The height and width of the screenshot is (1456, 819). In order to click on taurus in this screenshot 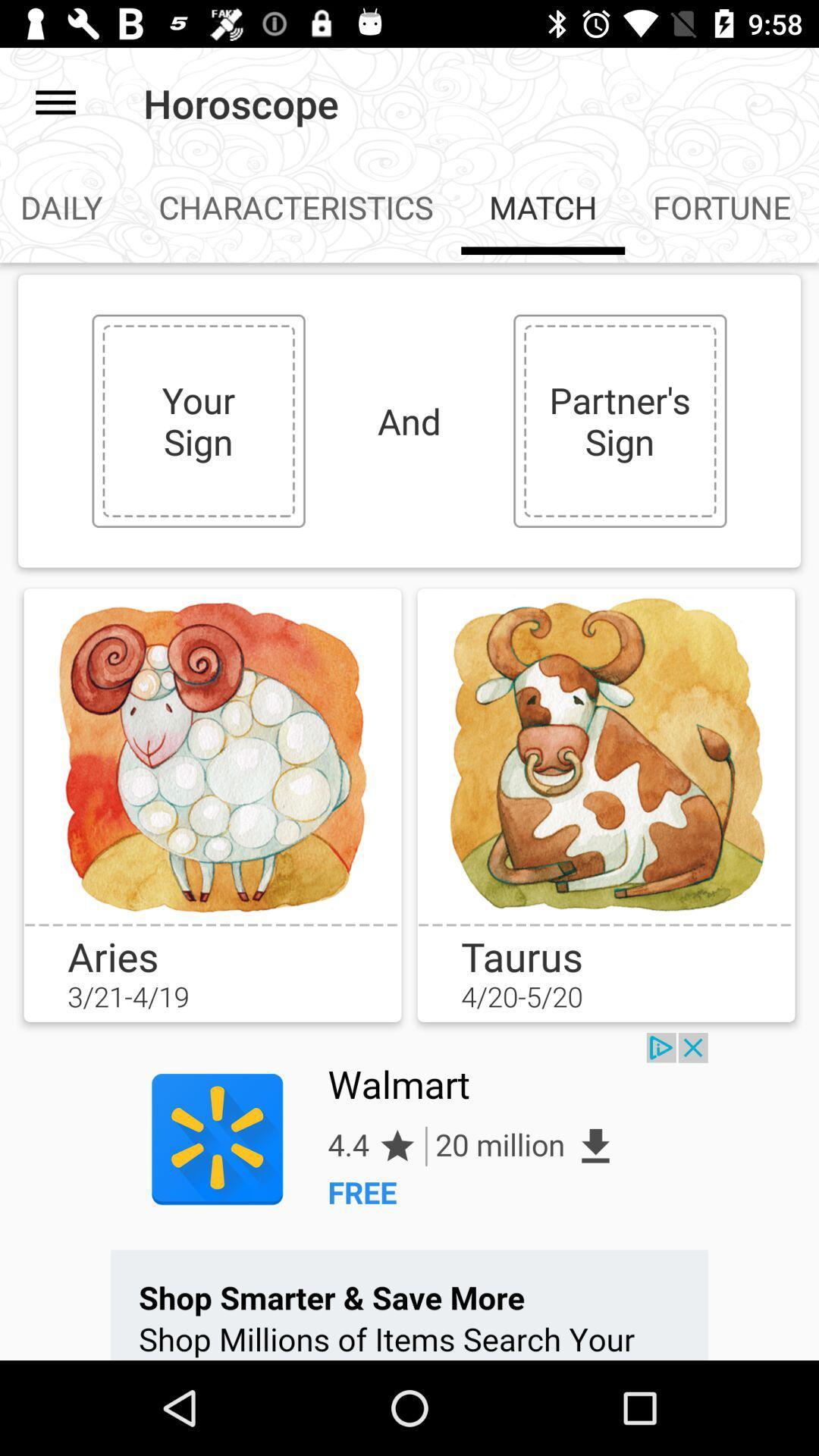, I will do `click(605, 755)`.